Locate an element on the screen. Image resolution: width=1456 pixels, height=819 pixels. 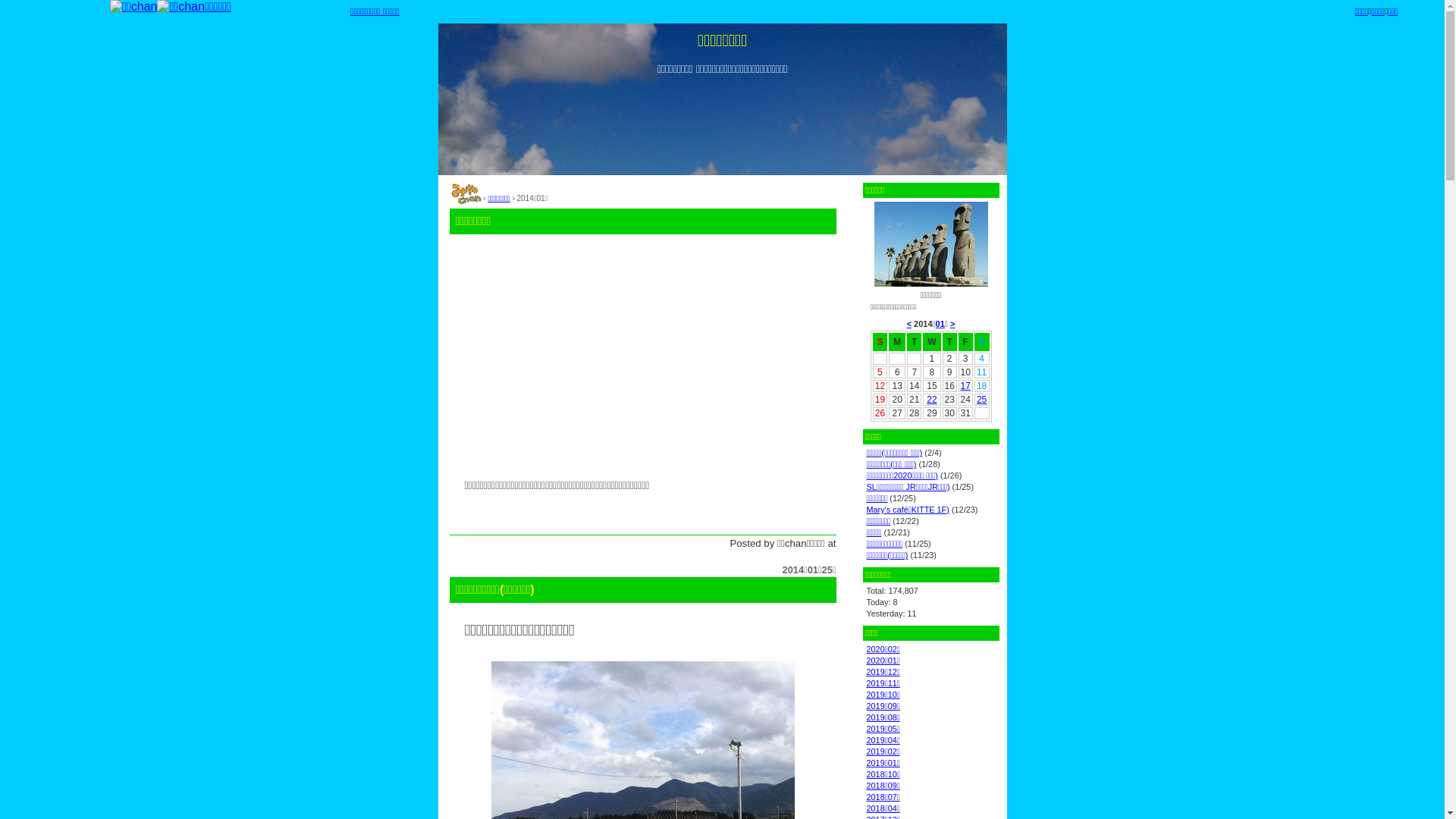
'01' is located at coordinates (939, 323).